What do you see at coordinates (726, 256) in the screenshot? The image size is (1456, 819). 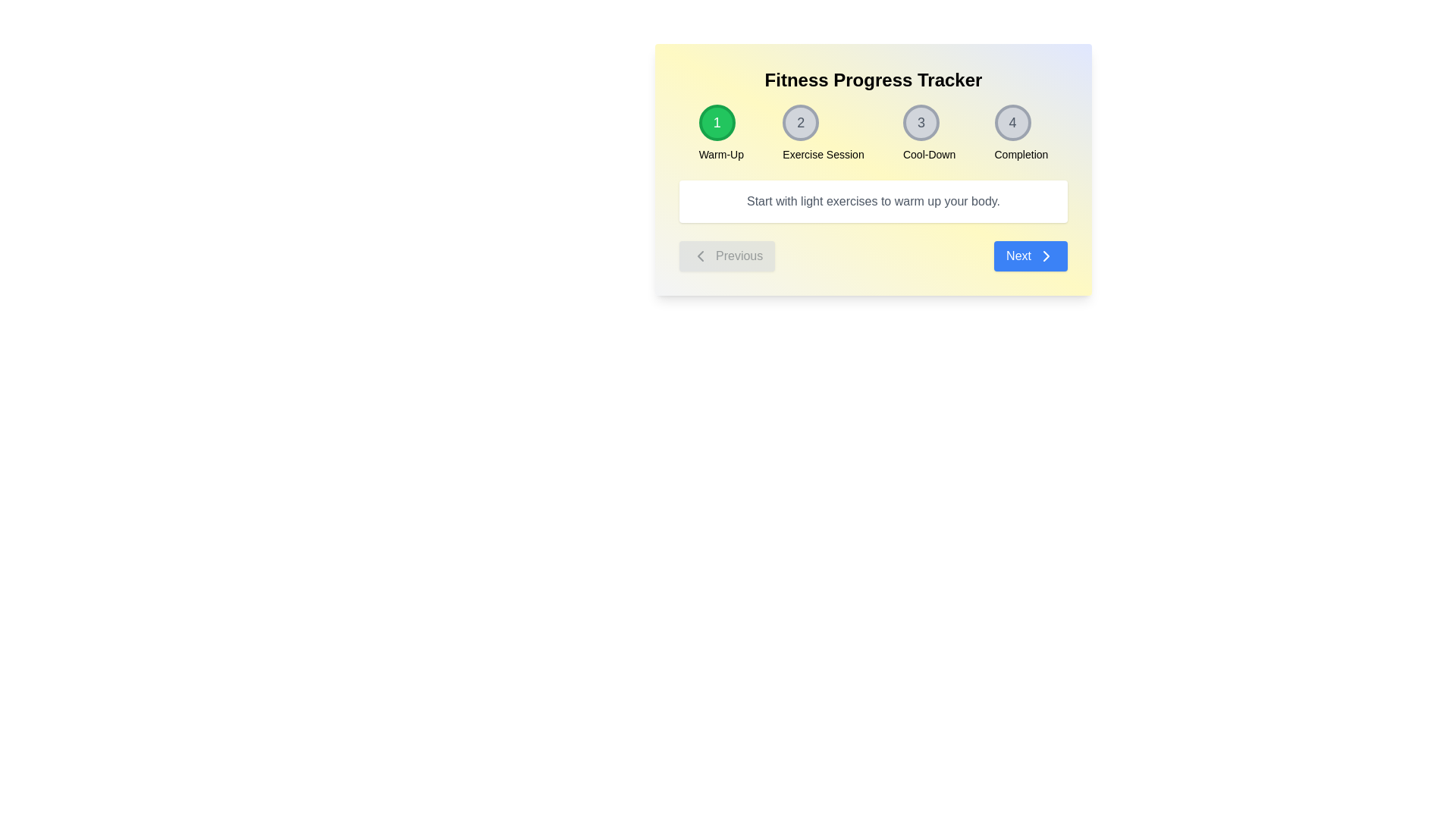 I see `the 'Previous' button, which is a rounded button with gray text and a left-pointing arrow icon` at bounding box center [726, 256].